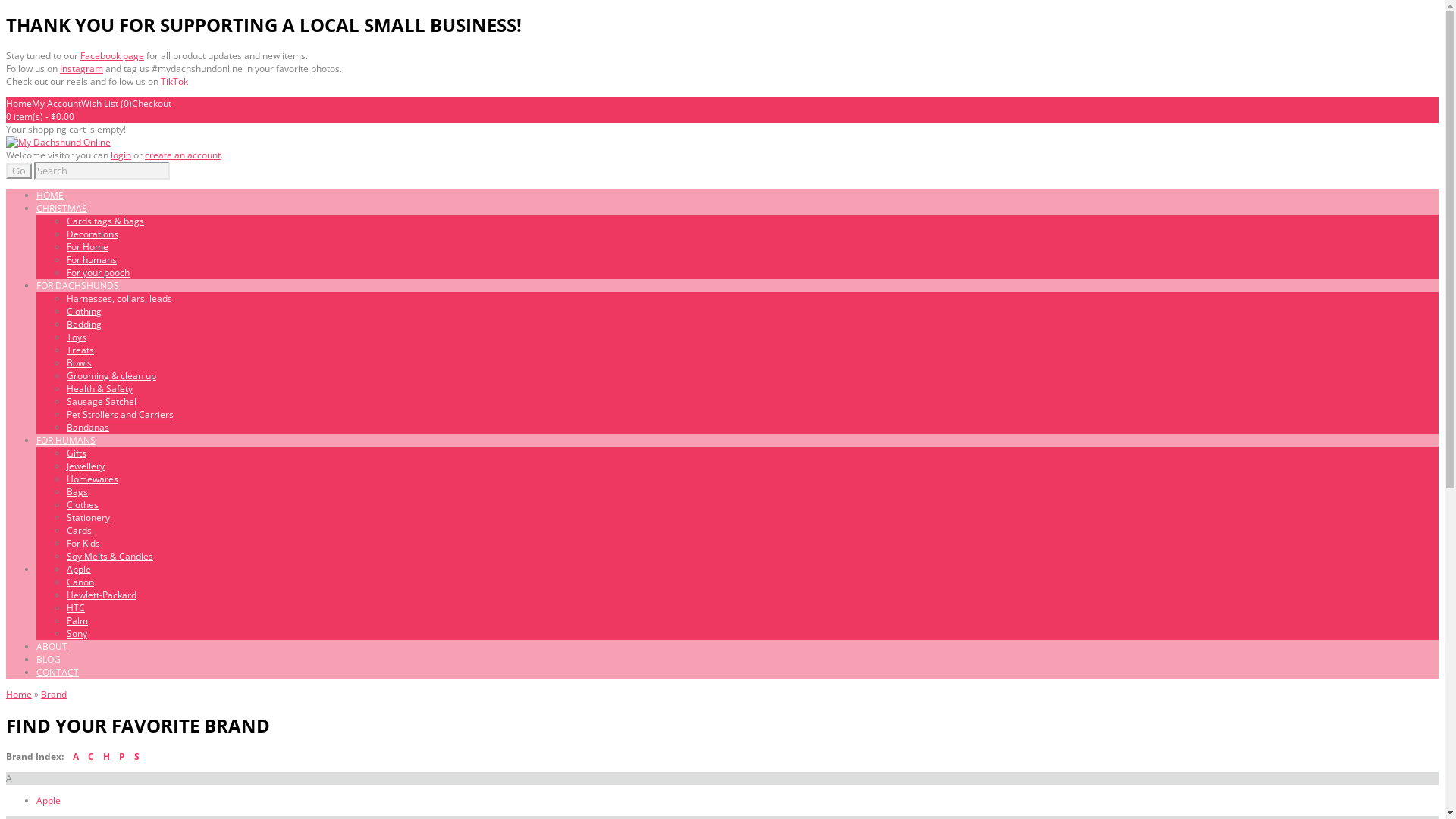 This screenshot has height=819, width=1456. What do you see at coordinates (136, 756) in the screenshot?
I see `'S'` at bounding box center [136, 756].